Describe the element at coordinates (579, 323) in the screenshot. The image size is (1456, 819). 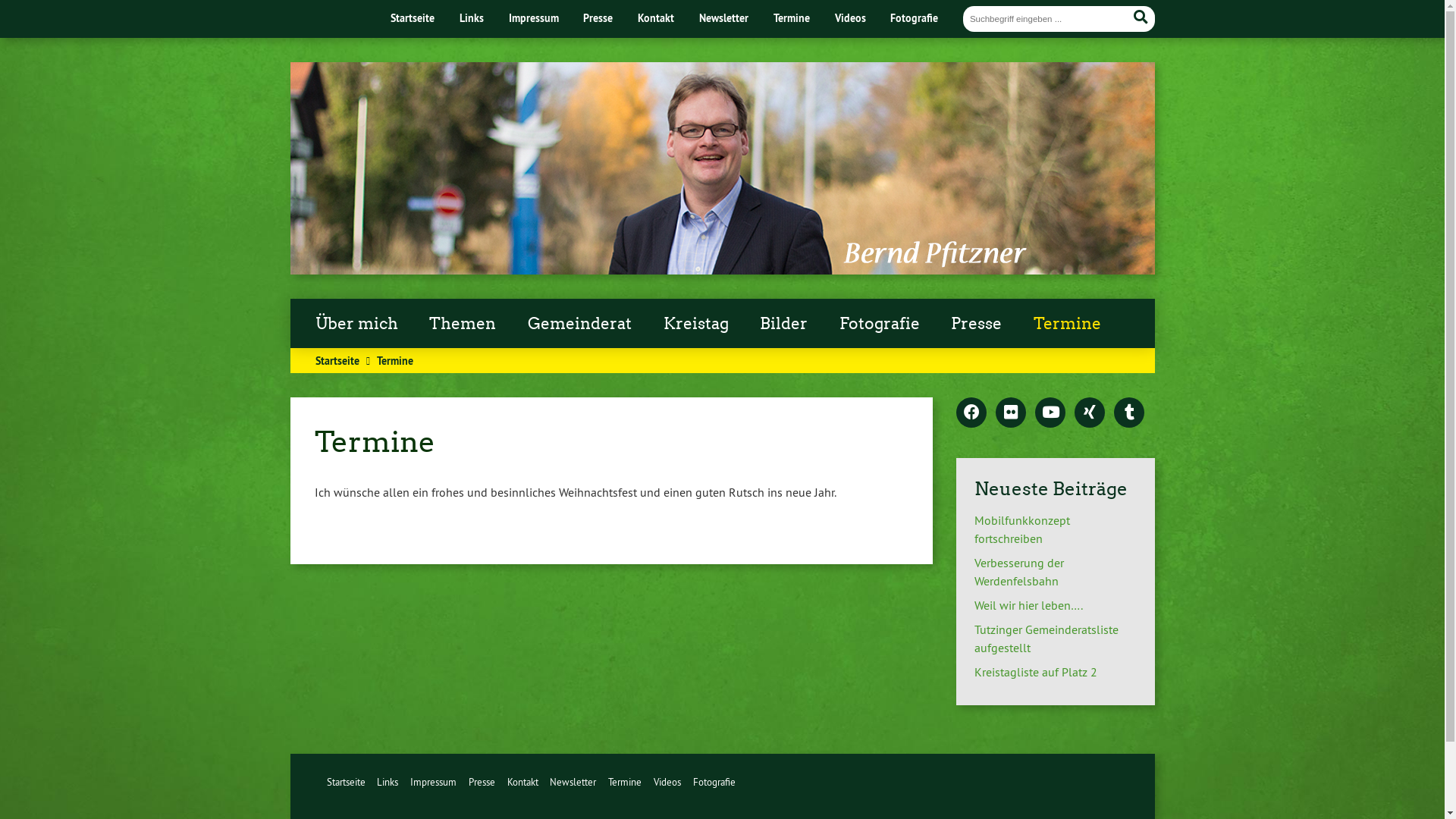
I see `'Gemeinderat'` at that location.